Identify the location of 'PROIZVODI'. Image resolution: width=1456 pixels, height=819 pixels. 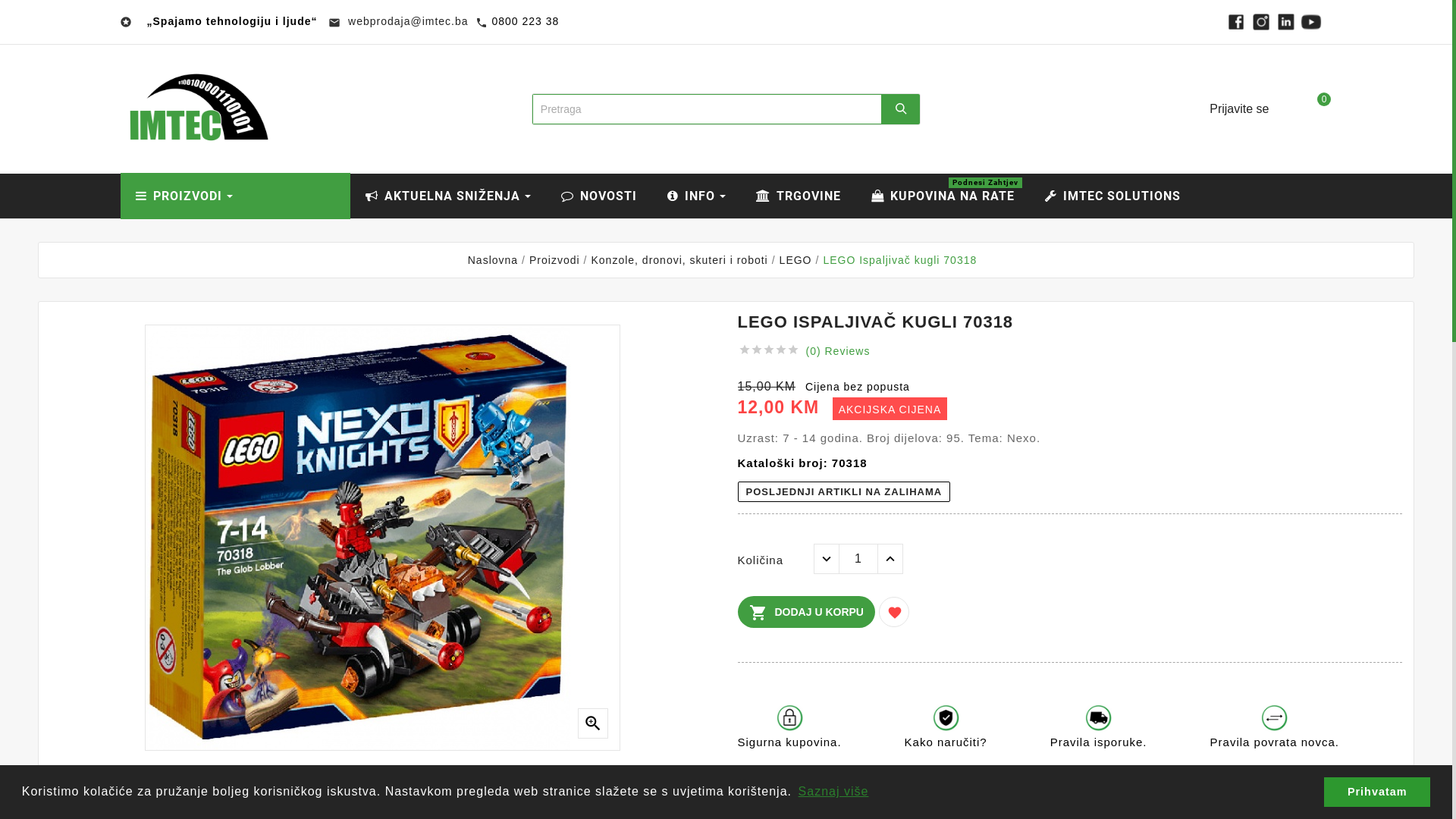
(234, 195).